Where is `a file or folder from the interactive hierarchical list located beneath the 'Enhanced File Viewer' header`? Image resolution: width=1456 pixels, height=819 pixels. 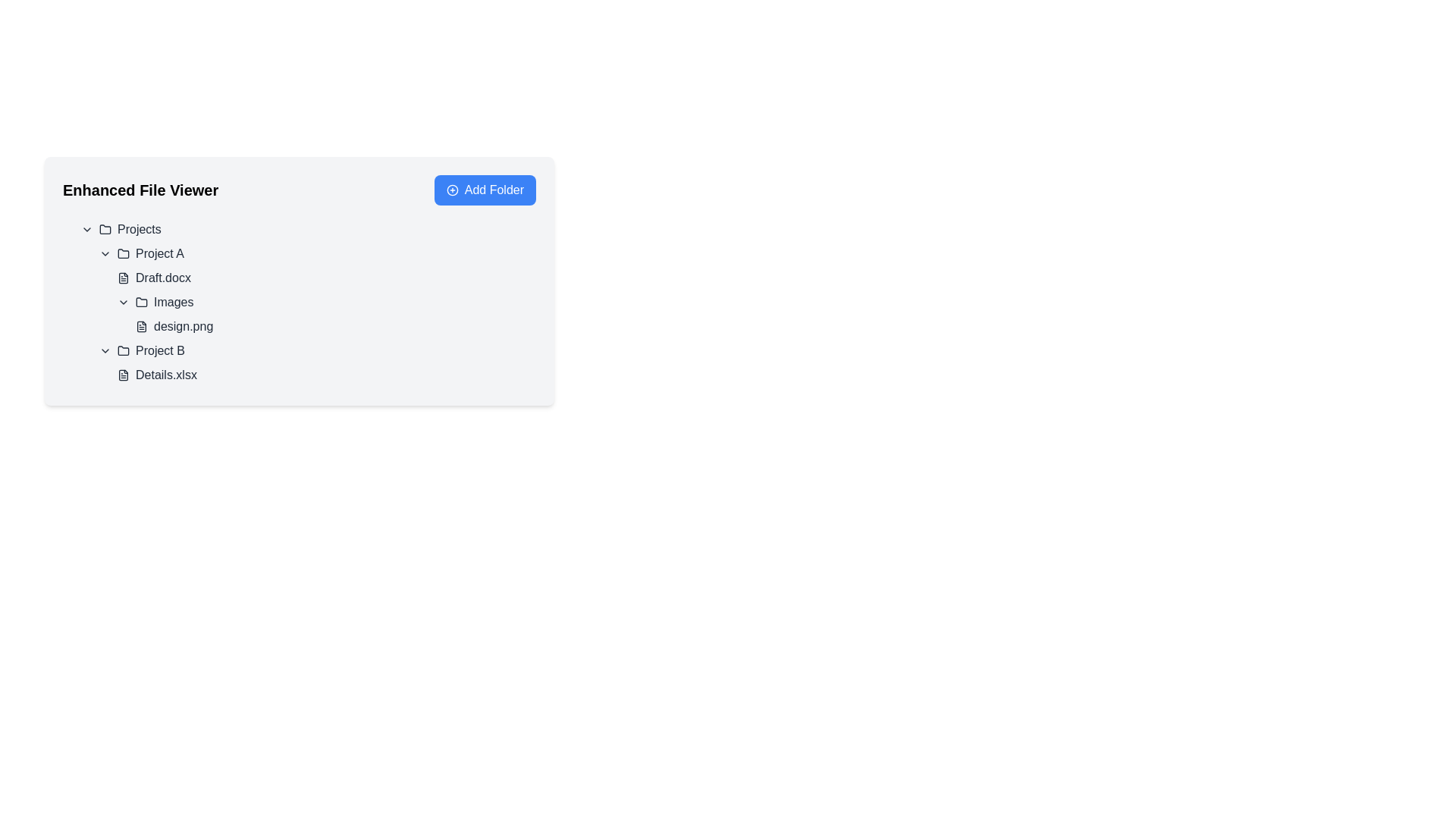
a file or folder from the interactive hierarchical list located beneath the 'Enhanced File Viewer' header is located at coordinates (299, 302).